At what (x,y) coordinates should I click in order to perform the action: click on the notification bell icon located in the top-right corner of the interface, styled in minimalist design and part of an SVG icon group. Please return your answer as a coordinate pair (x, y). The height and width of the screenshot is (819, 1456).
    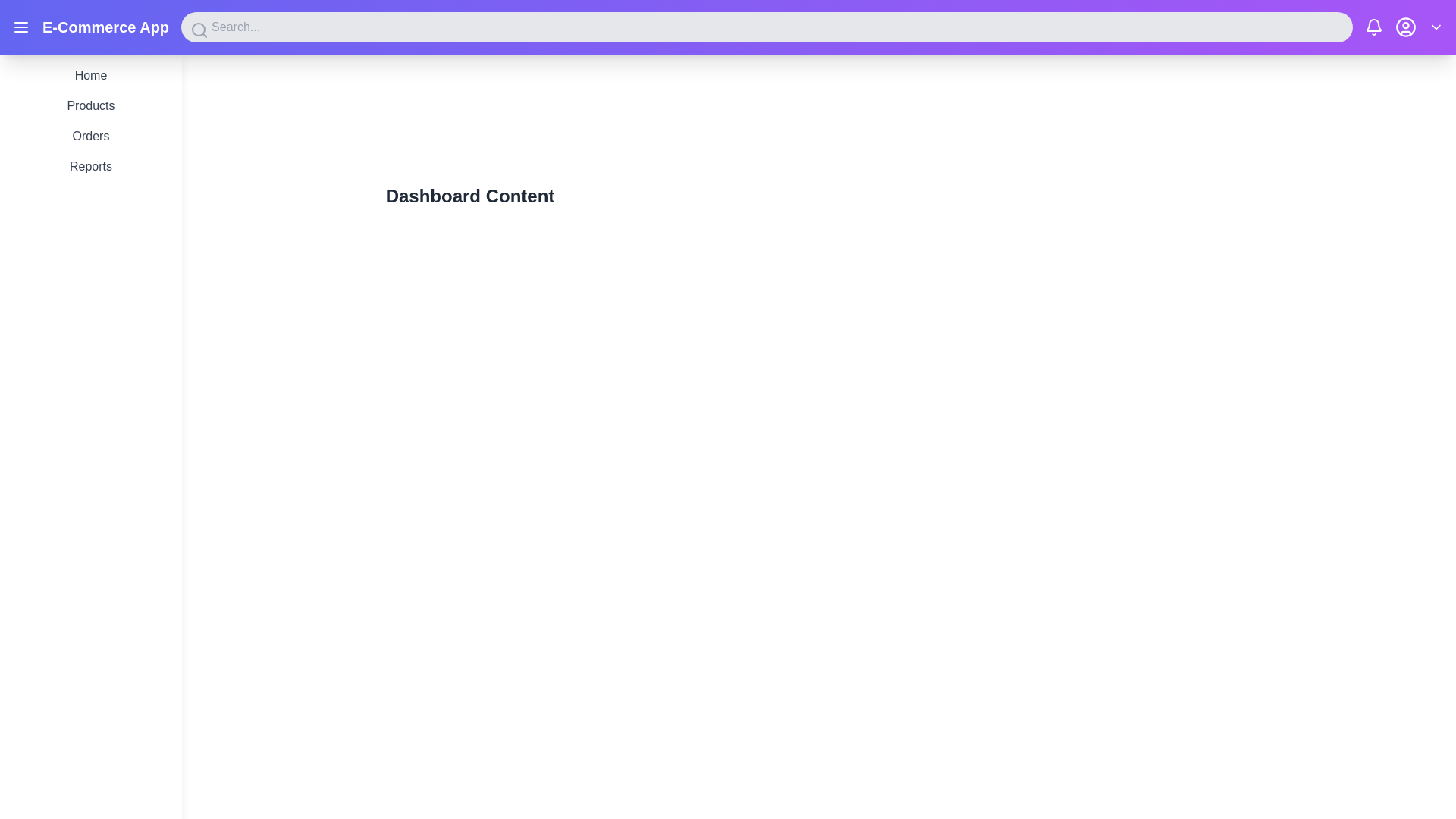
    Looking at the image, I should click on (1373, 25).